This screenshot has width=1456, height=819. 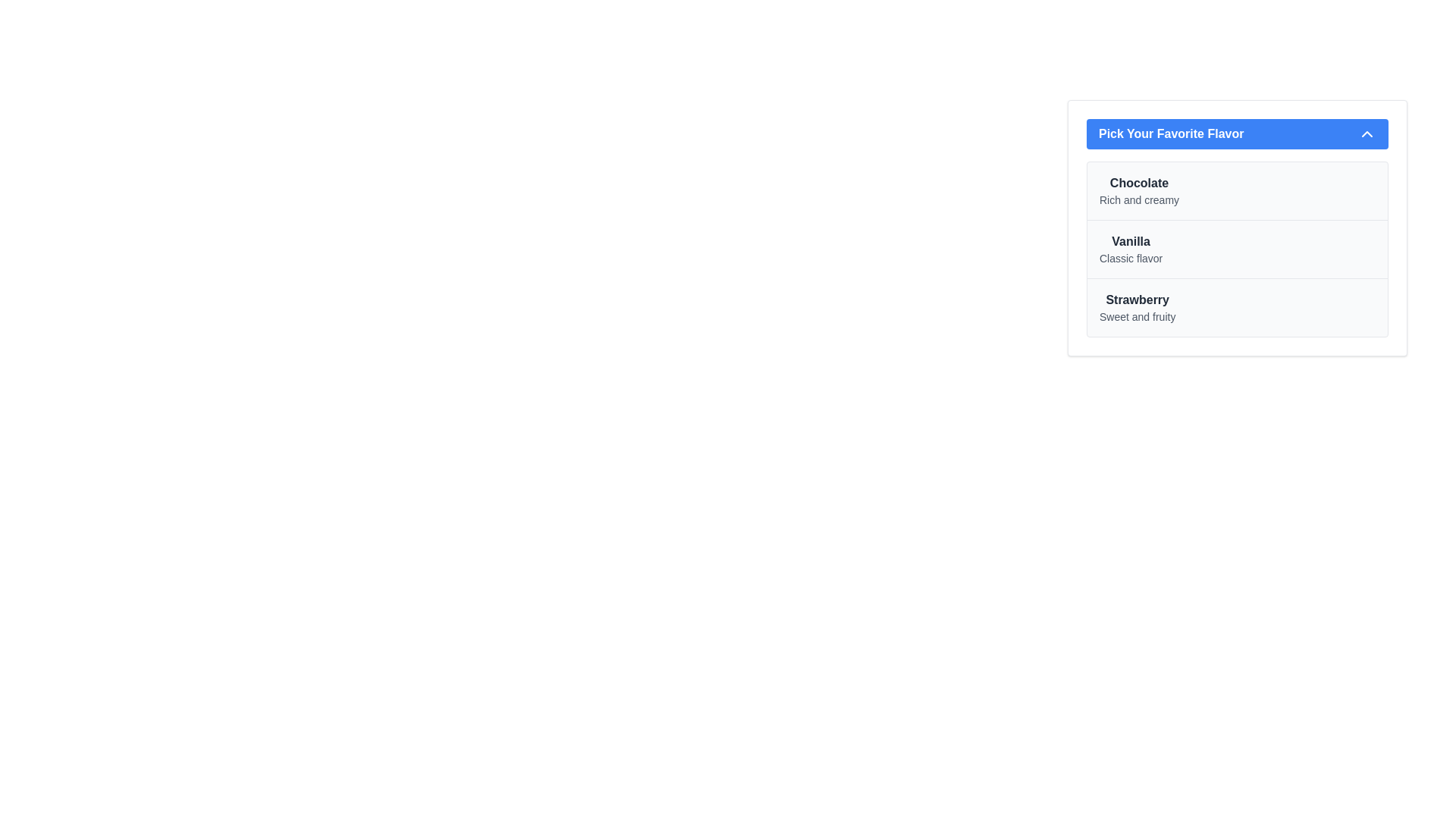 What do you see at coordinates (1139, 190) in the screenshot?
I see `the text element displaying 'Chocolate' in bold font` at bounding box center [1139, 190].